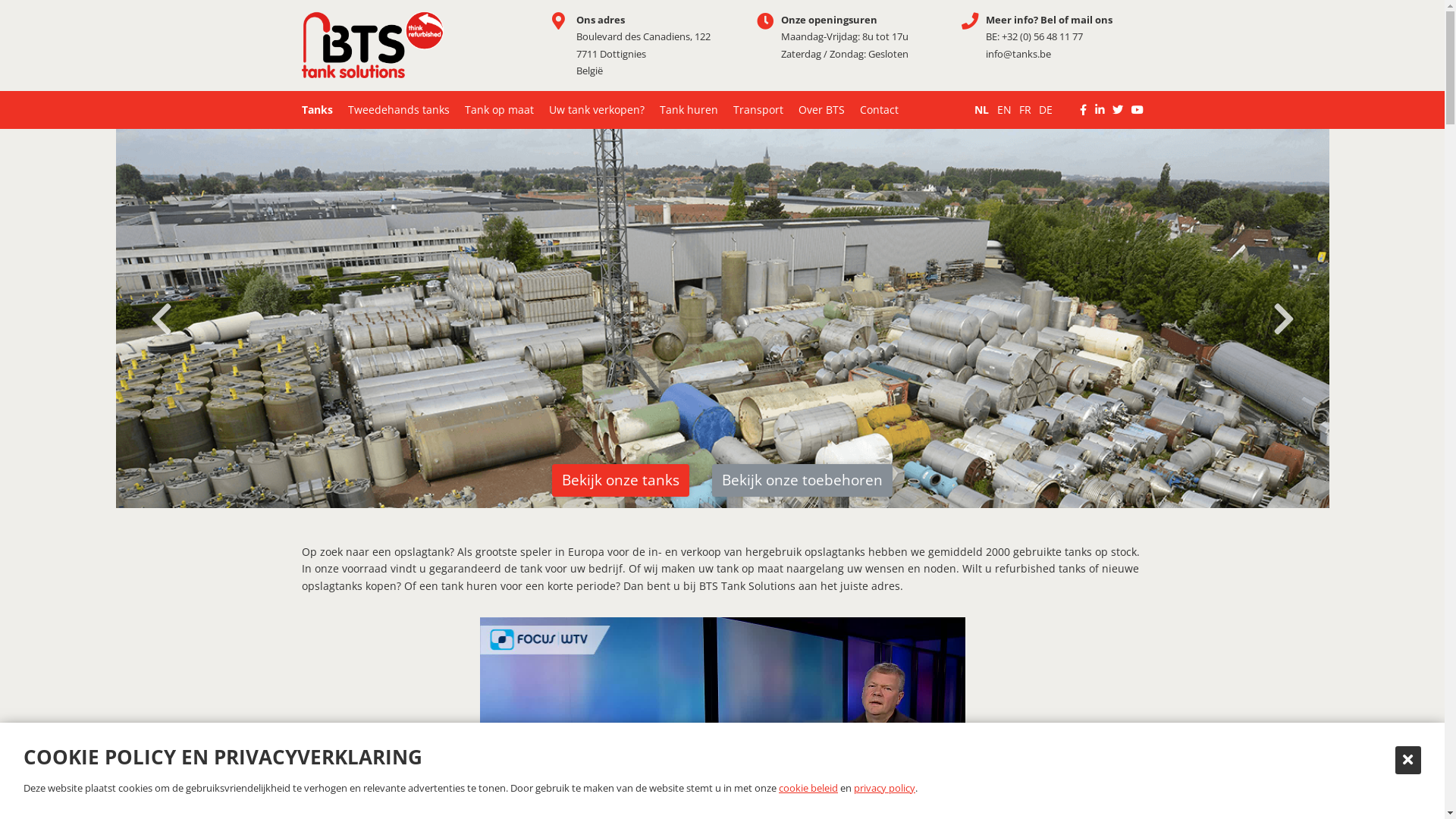 The image size is (1456, 819). What do you see at coordinates (596, 109) in the screenshot?
I see `'Uw tank verkopen?'` at bounding box center [596, 109].